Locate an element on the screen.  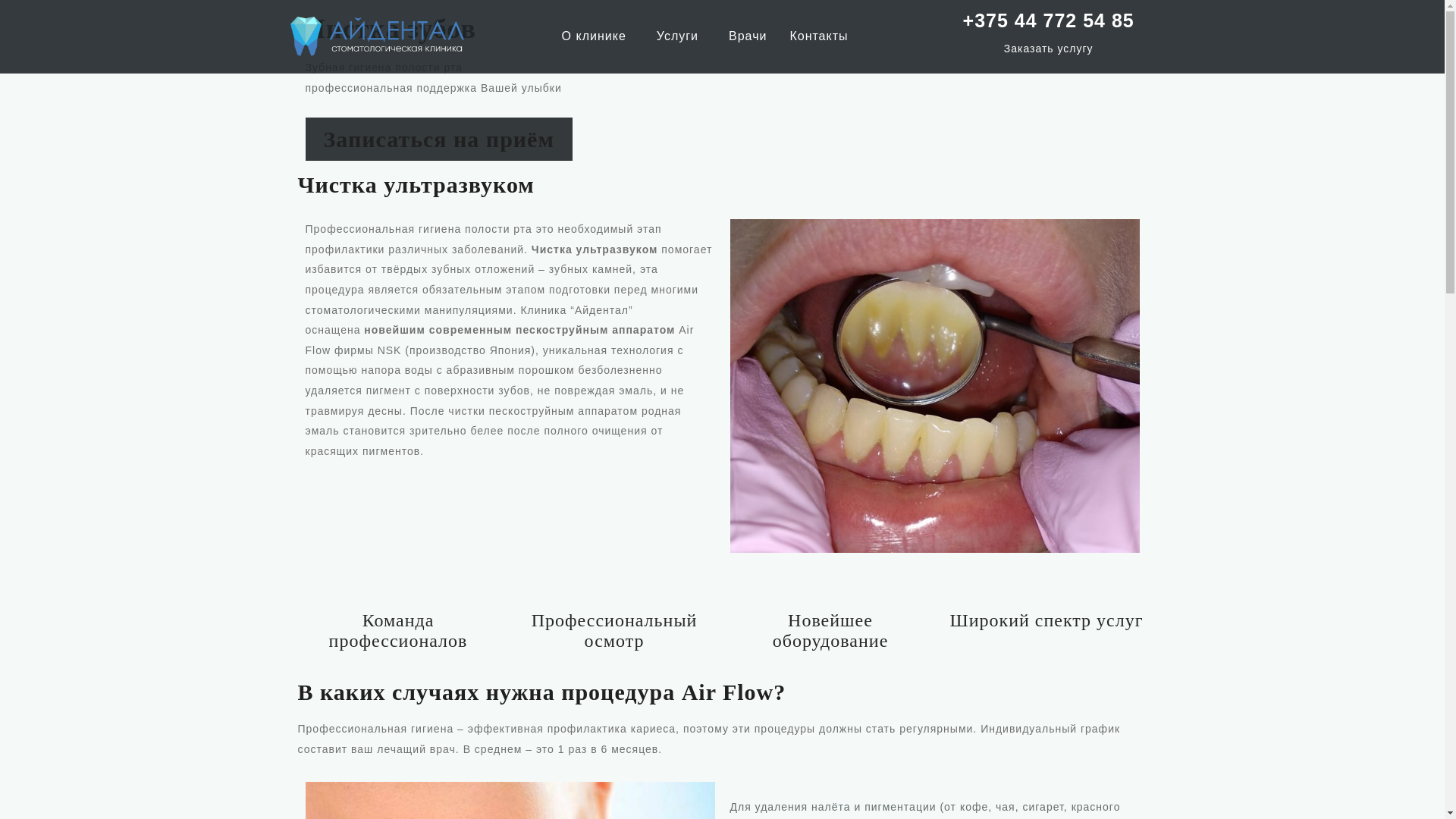
'+375 44 772 54 85' is located at coordinates (1047, 20).